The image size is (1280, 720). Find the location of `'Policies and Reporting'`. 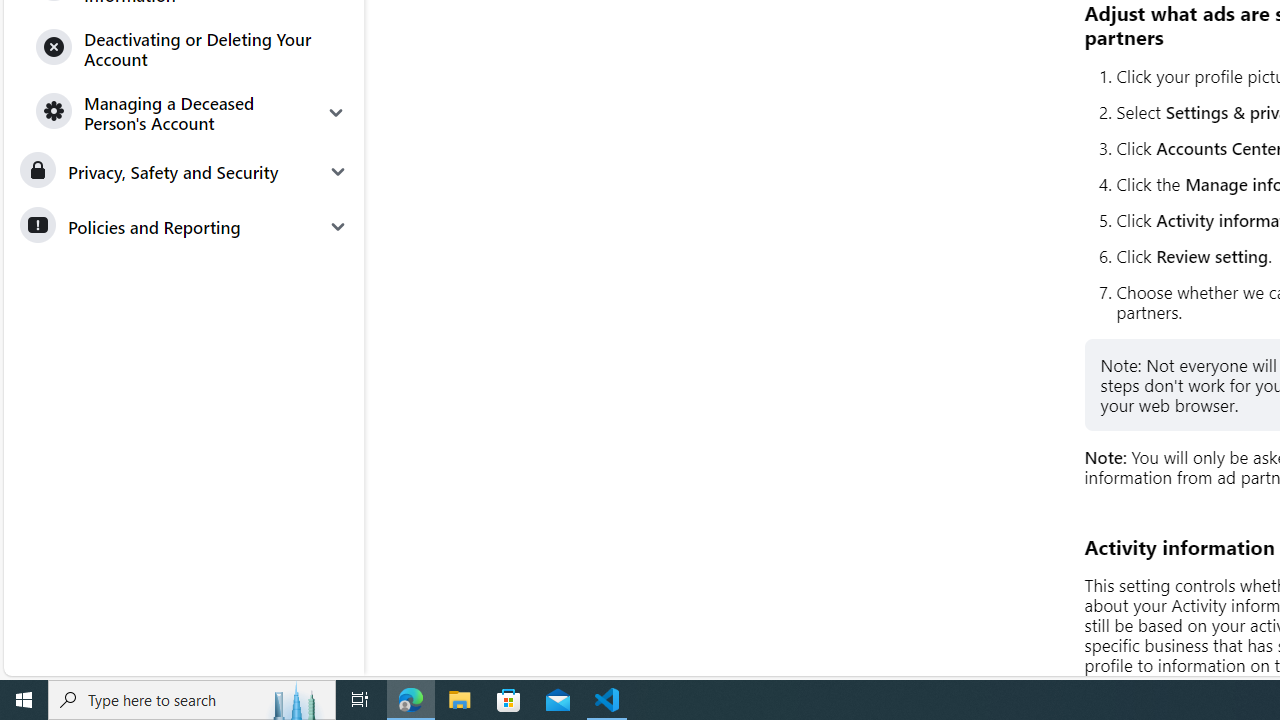

'Policies and Reporting' is located at coordinates (183, 225).